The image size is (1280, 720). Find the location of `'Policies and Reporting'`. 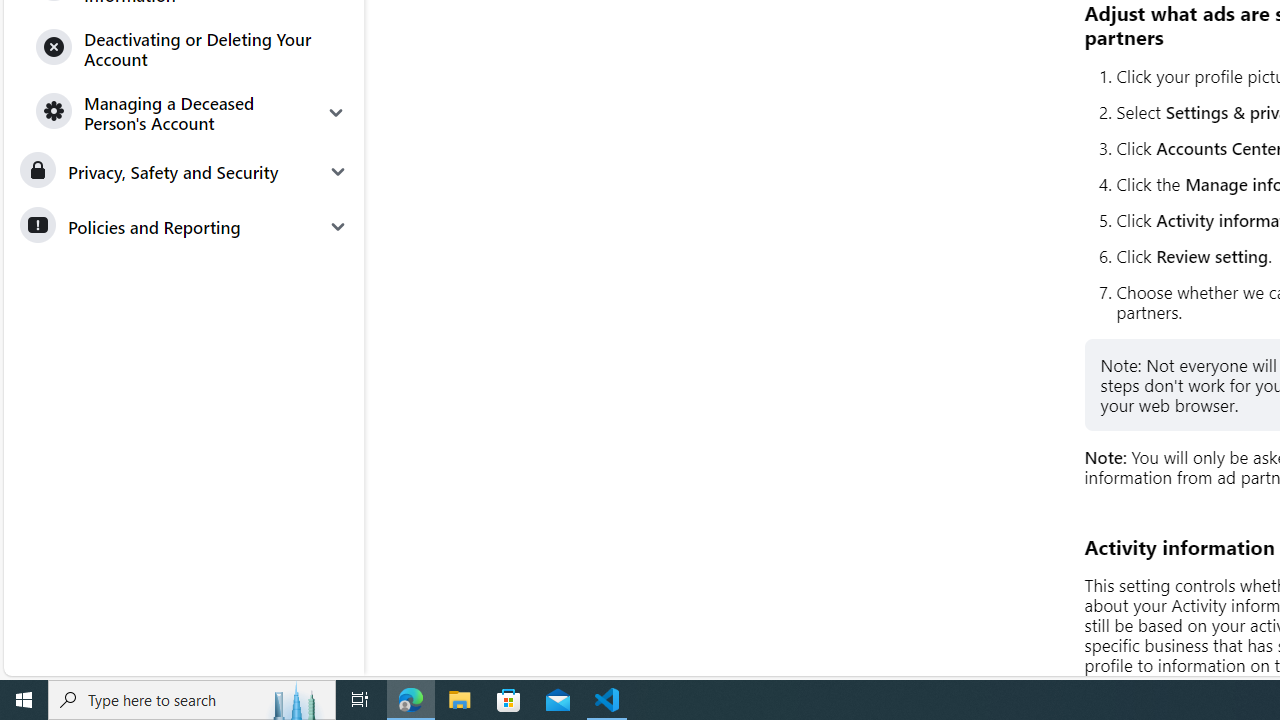

'Policies and Reporting' is located at coordinates (183, 225).